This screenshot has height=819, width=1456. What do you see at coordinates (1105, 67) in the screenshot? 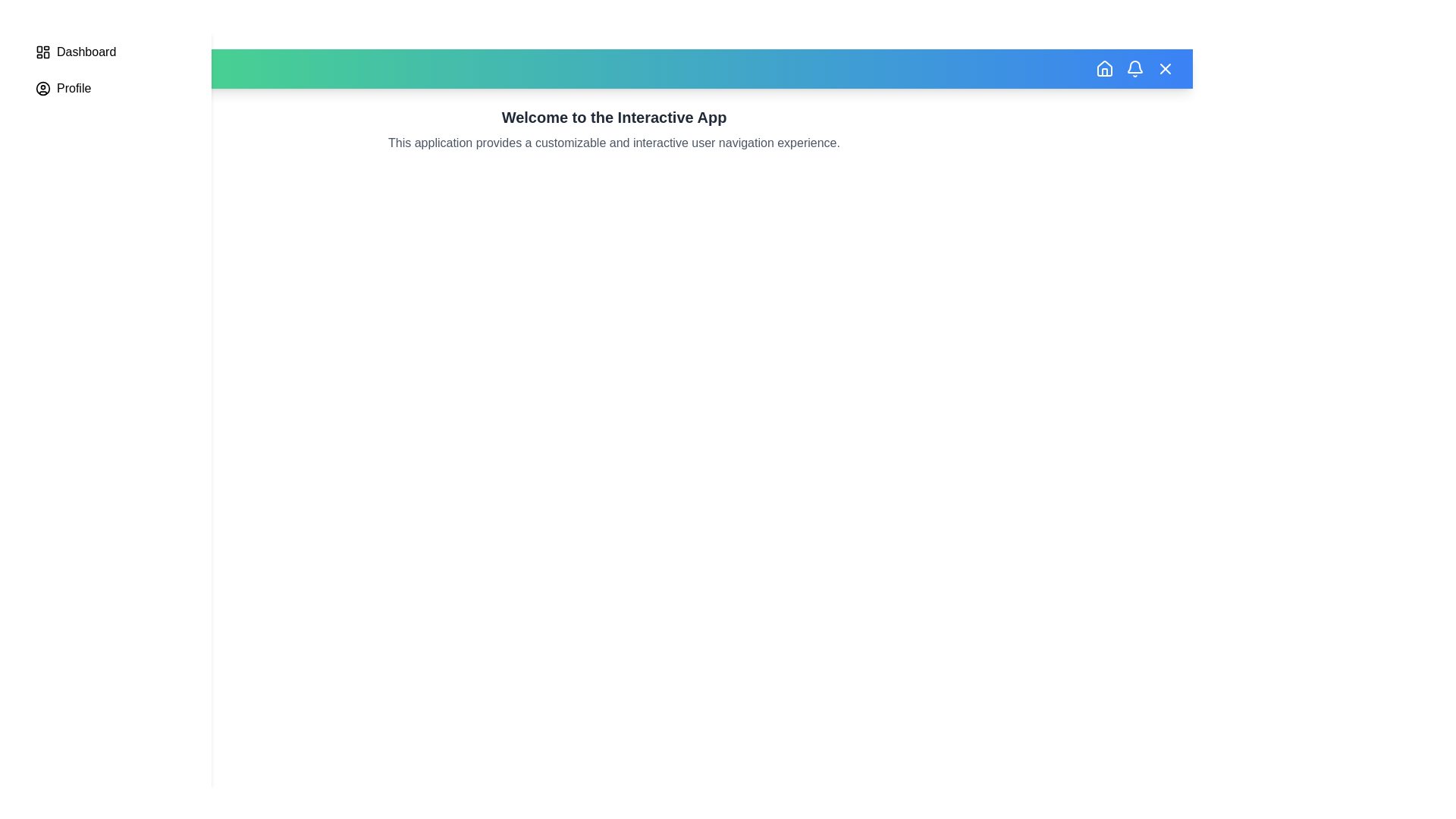
I see `the house icon button located in the top-right corner of the interface` at bounding box center [1105, 67].